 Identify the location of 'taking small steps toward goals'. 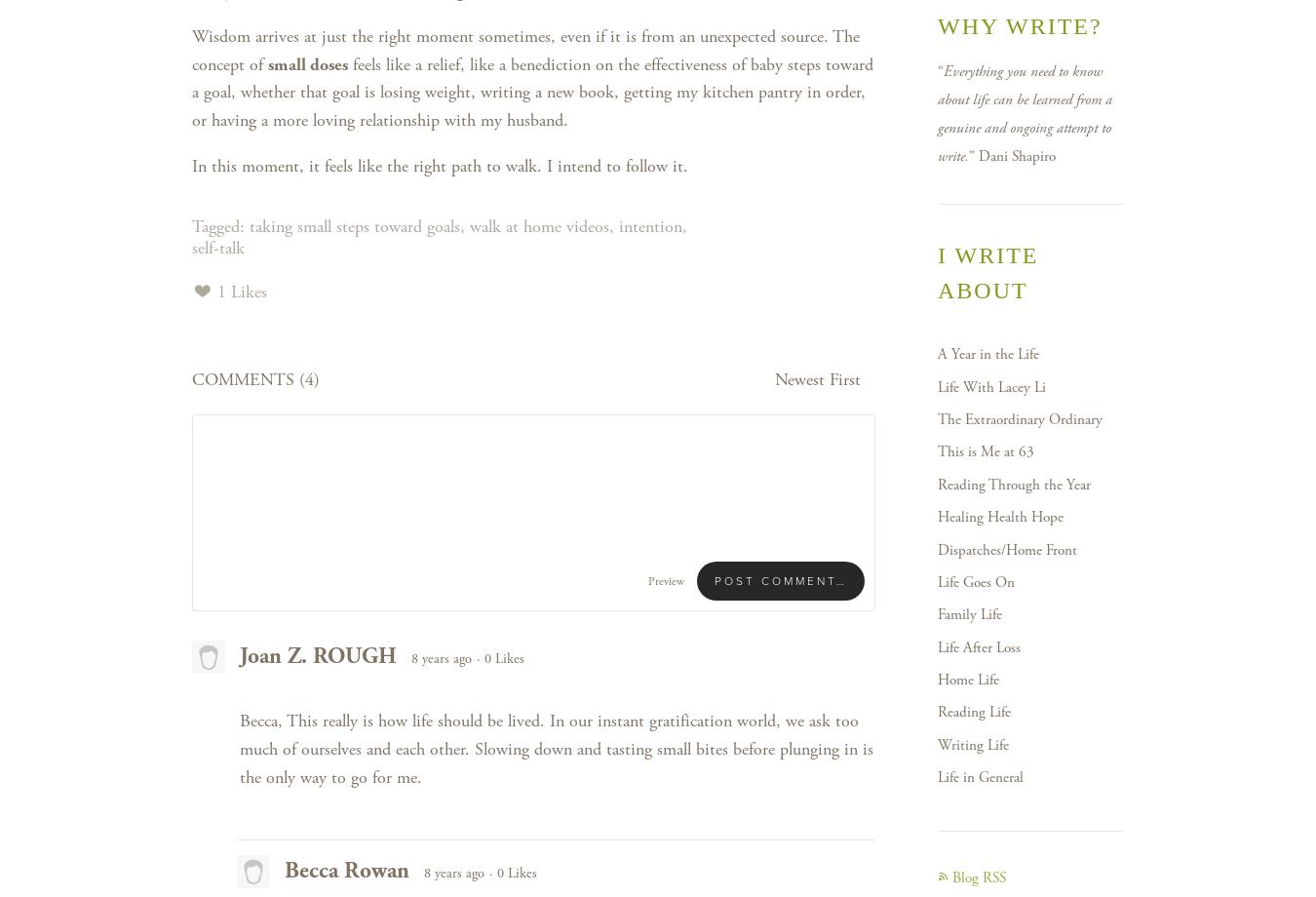
(354, 225).